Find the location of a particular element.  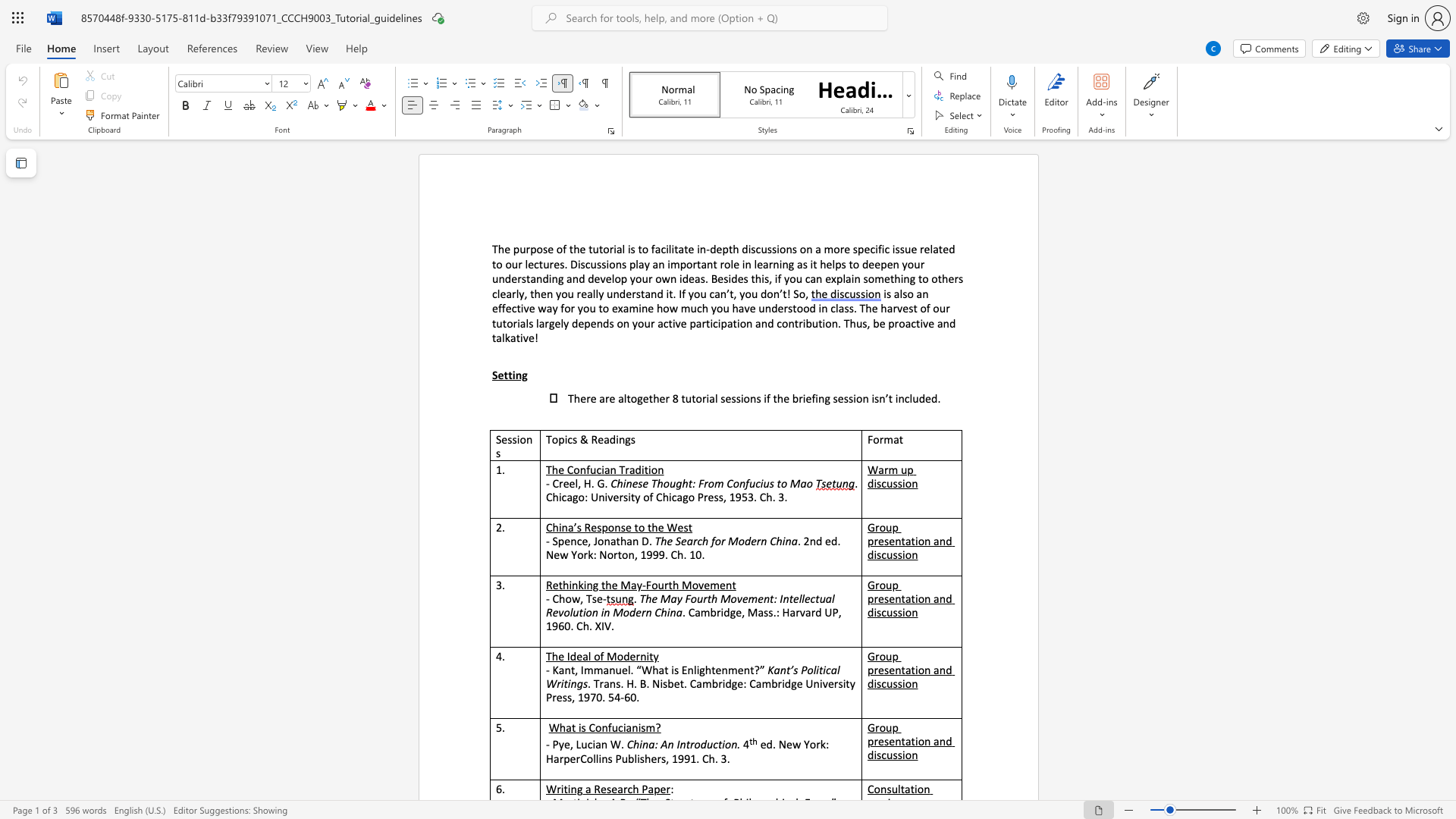

the subset text "0. Ch. XIV." within the text ". Cambridge, Mass.: Harvard UP, 1960. Ch. XIV." is located at coordinates (563, 626).